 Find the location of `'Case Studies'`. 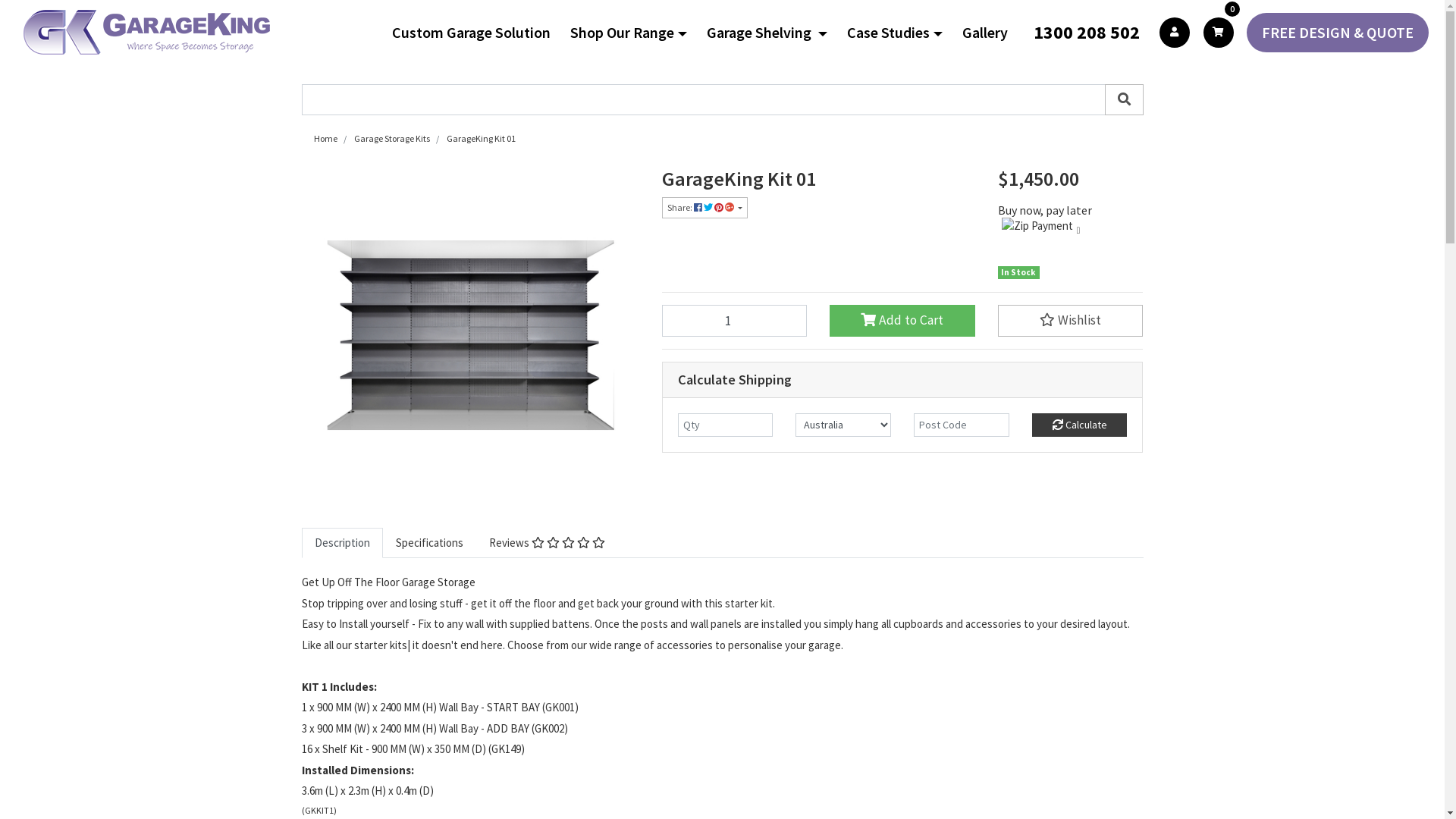

'Case Studies' is located at coordinates (901, 32).